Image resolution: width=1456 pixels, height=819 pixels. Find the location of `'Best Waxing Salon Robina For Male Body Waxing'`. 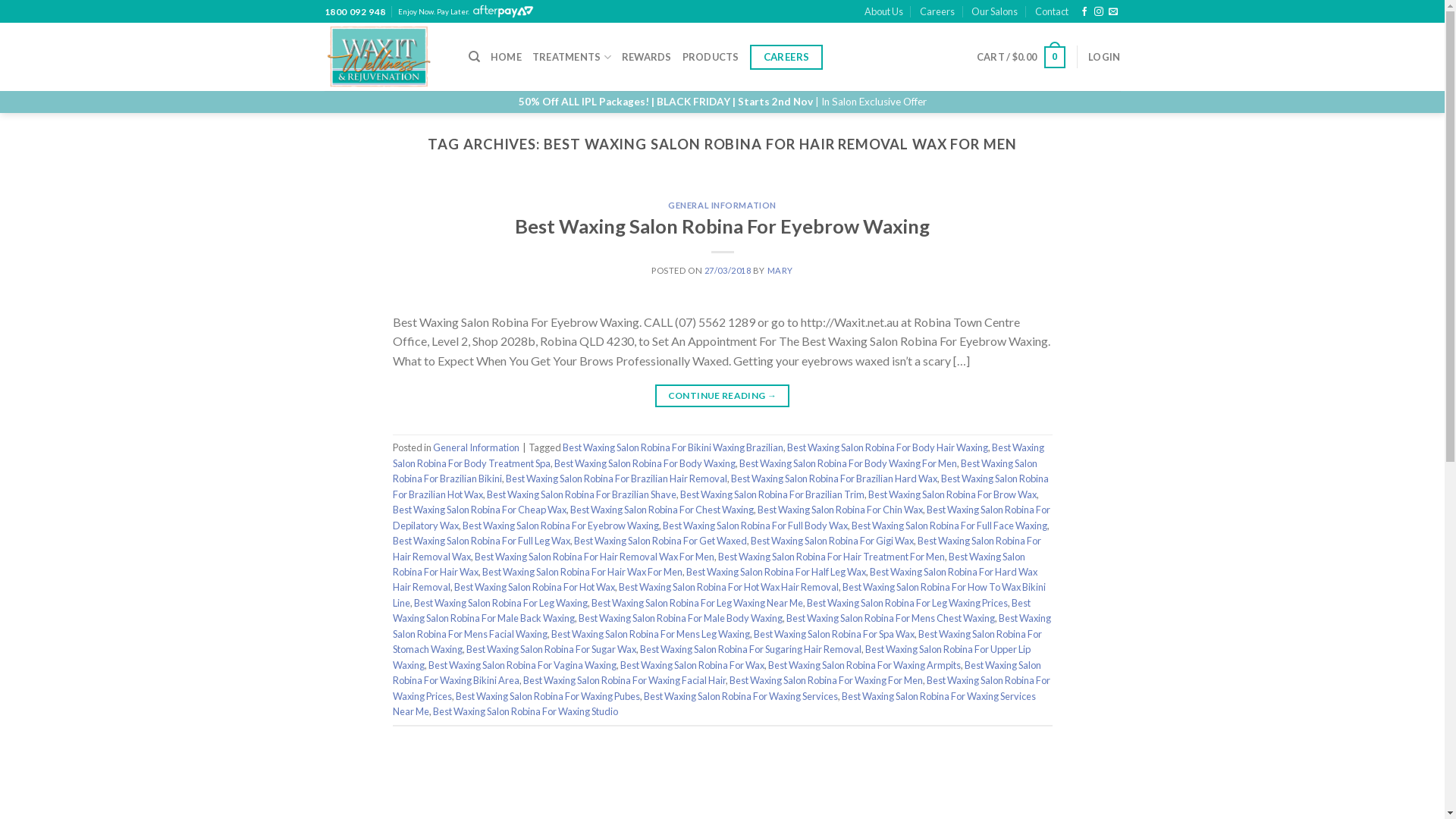

'Best Waxing Salon Robina For Male Body Waxing' is located at coordinates (679, 617).